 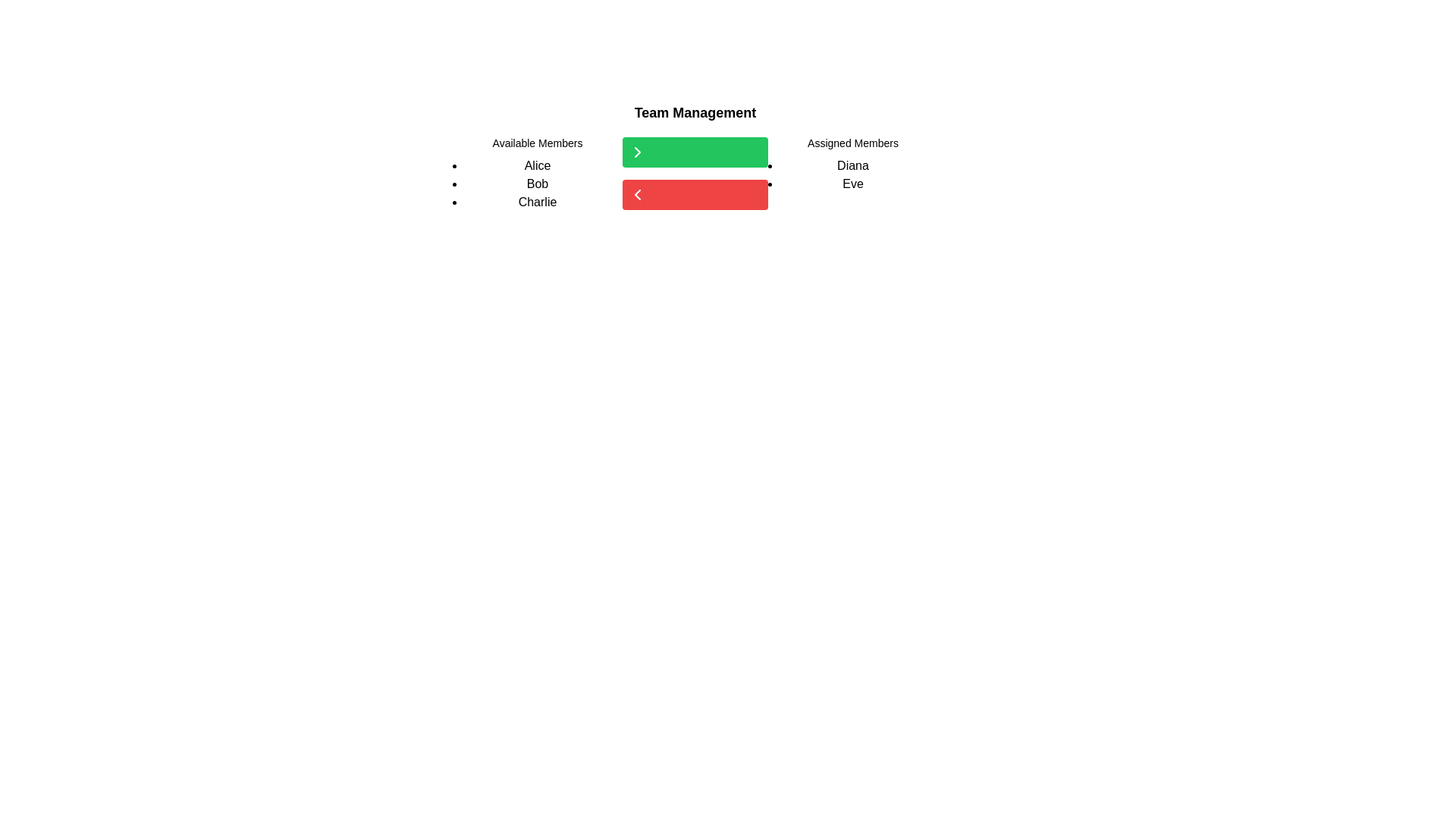 I want to click on the list item containing the identifiers 'Diana' and 'Eve' in the 'Assigned Members' section, so click(x=852, y=174).